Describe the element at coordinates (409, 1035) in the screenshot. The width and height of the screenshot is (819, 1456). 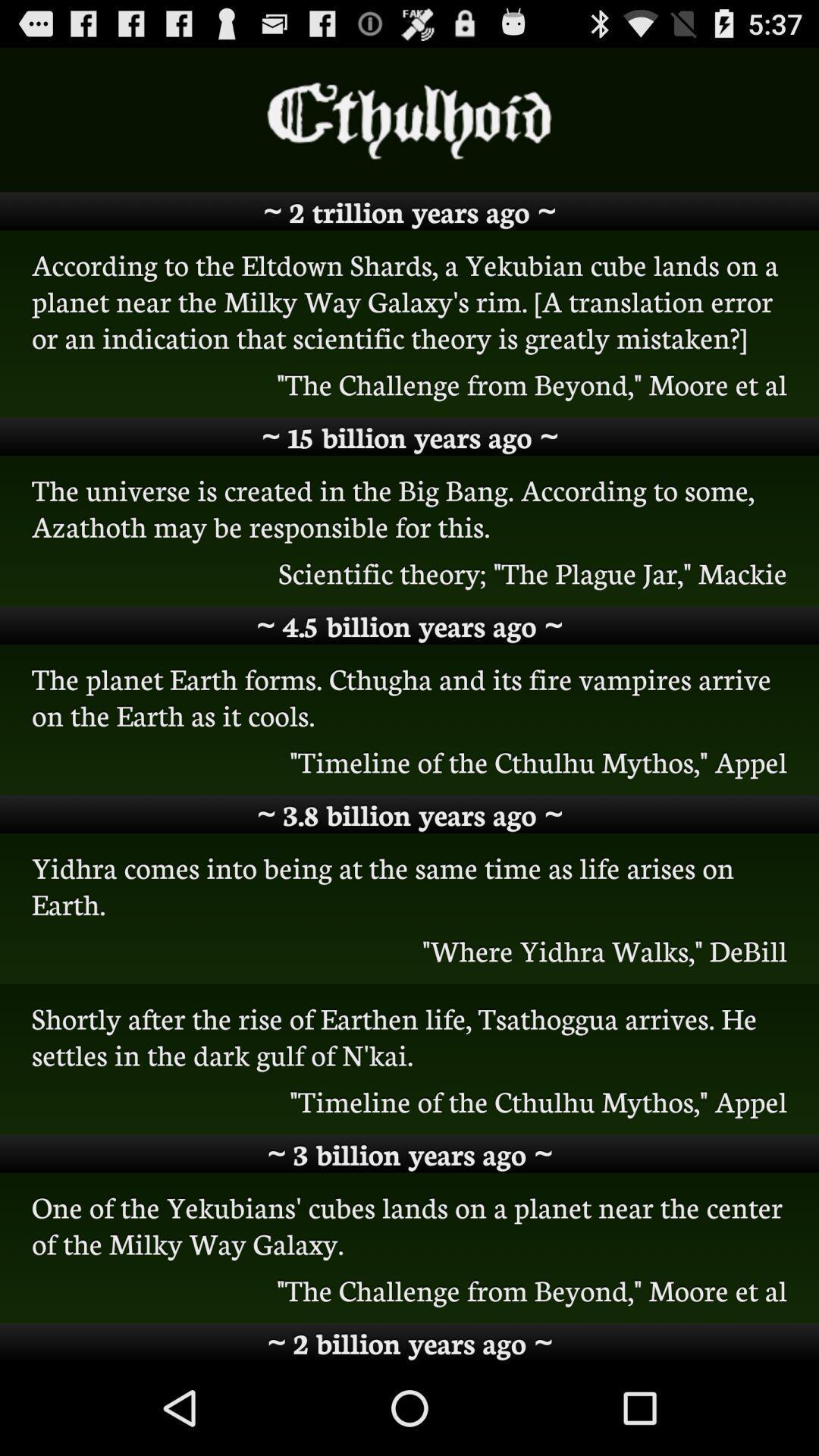
I see `icon below where yidhra walks icon` at that location.